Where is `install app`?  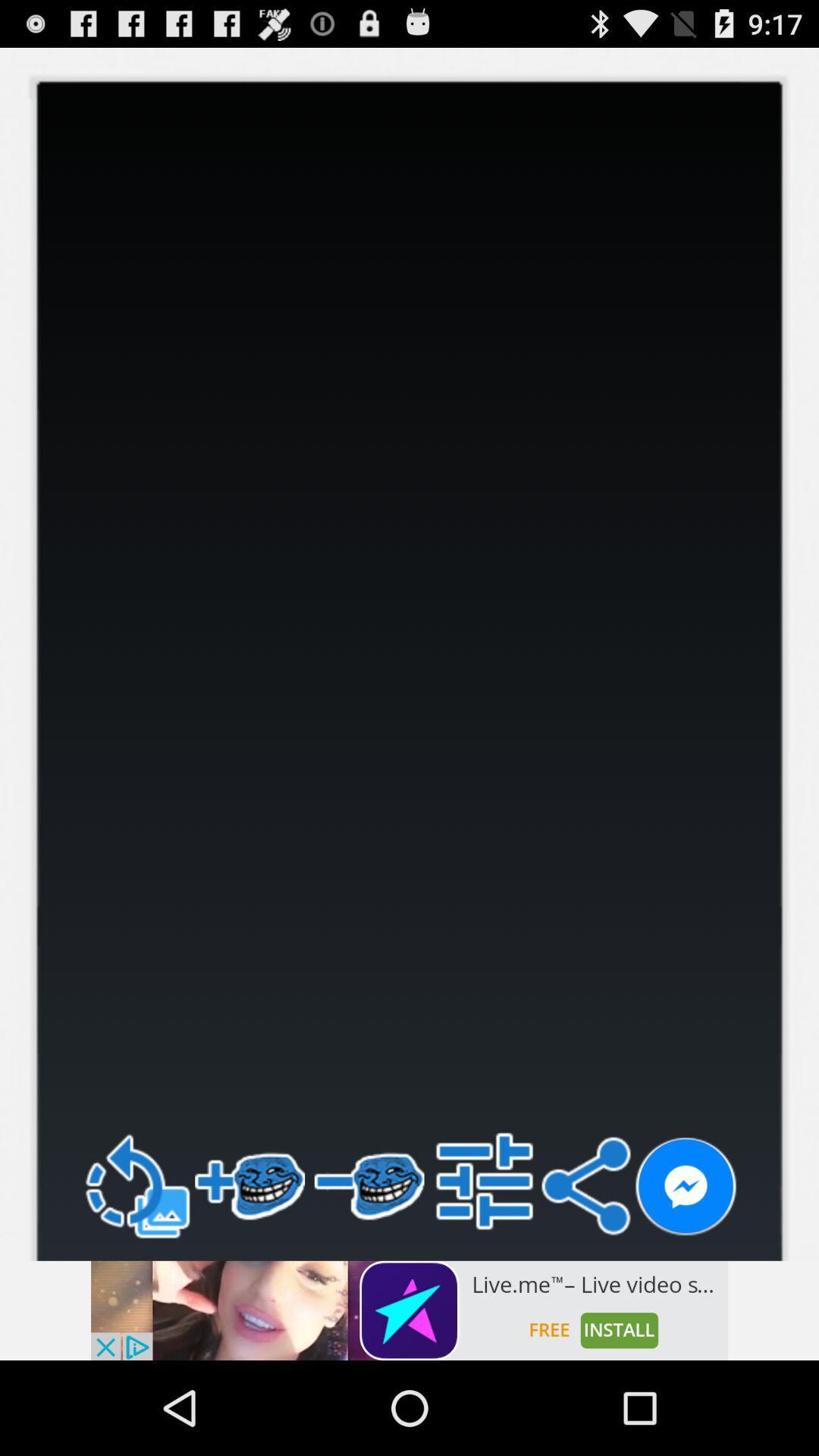 install app is located at coordinates (409, 1310).